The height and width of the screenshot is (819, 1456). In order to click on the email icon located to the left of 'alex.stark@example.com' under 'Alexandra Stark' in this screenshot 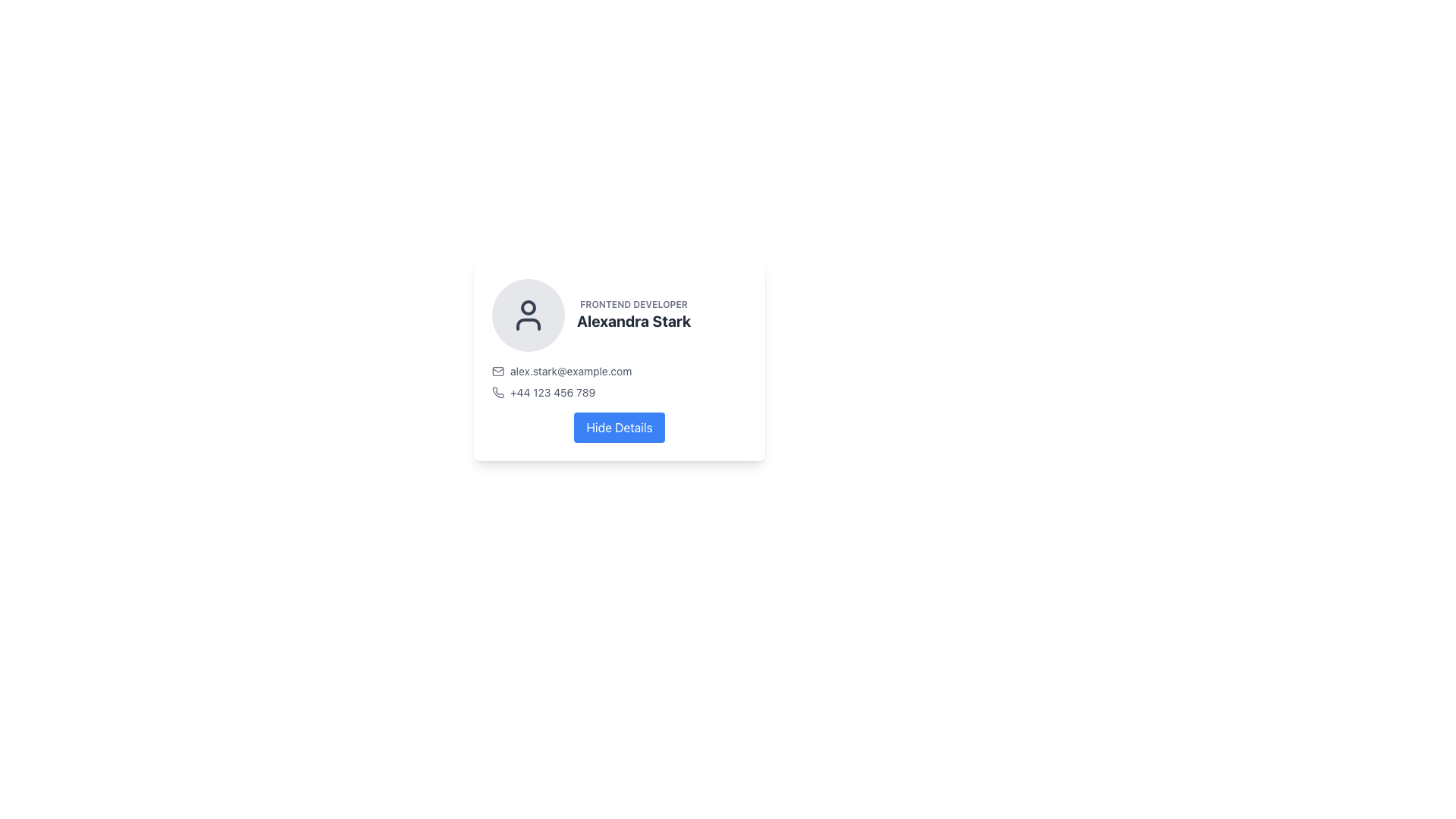, I will do `click(498, 371)`.